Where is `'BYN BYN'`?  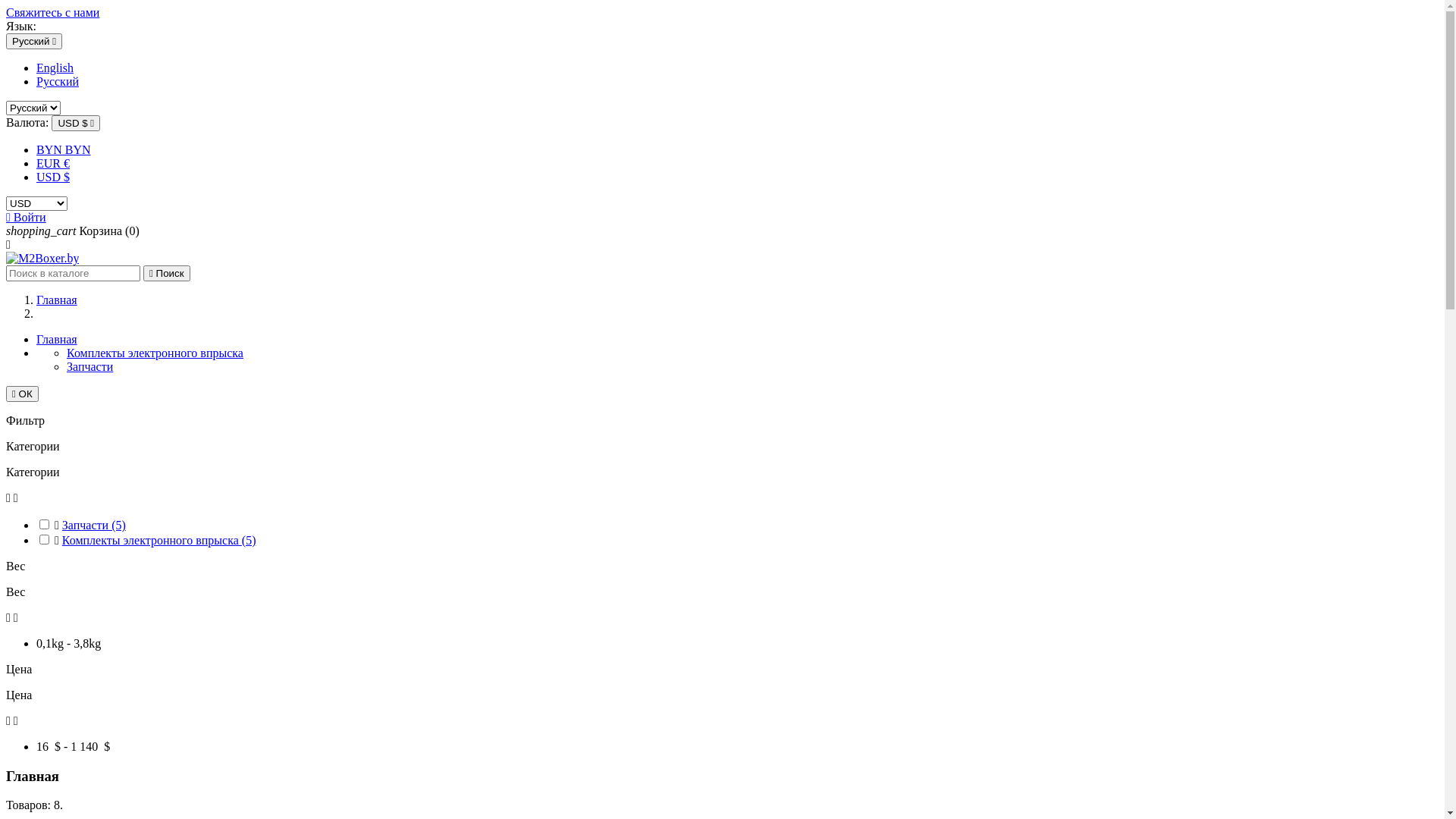 'BYN BYN' is located at coordinates (62, 149).